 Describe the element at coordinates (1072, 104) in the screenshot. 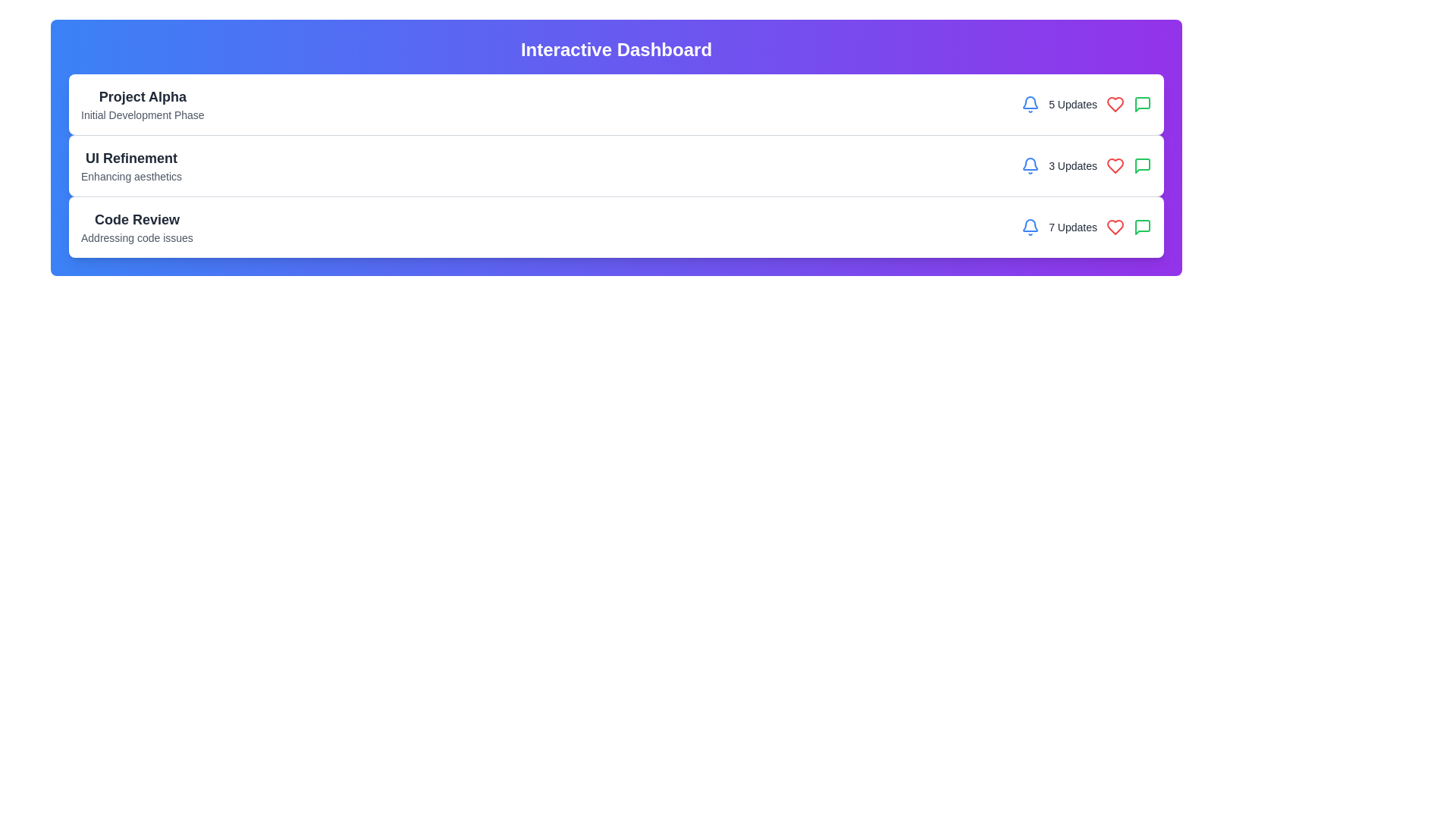

I see `the text label indicating the number of updates related to the project, which is positioned to the right of a blue bell icon and to the left of a red heart icon in the first row of the column layout` at that location.